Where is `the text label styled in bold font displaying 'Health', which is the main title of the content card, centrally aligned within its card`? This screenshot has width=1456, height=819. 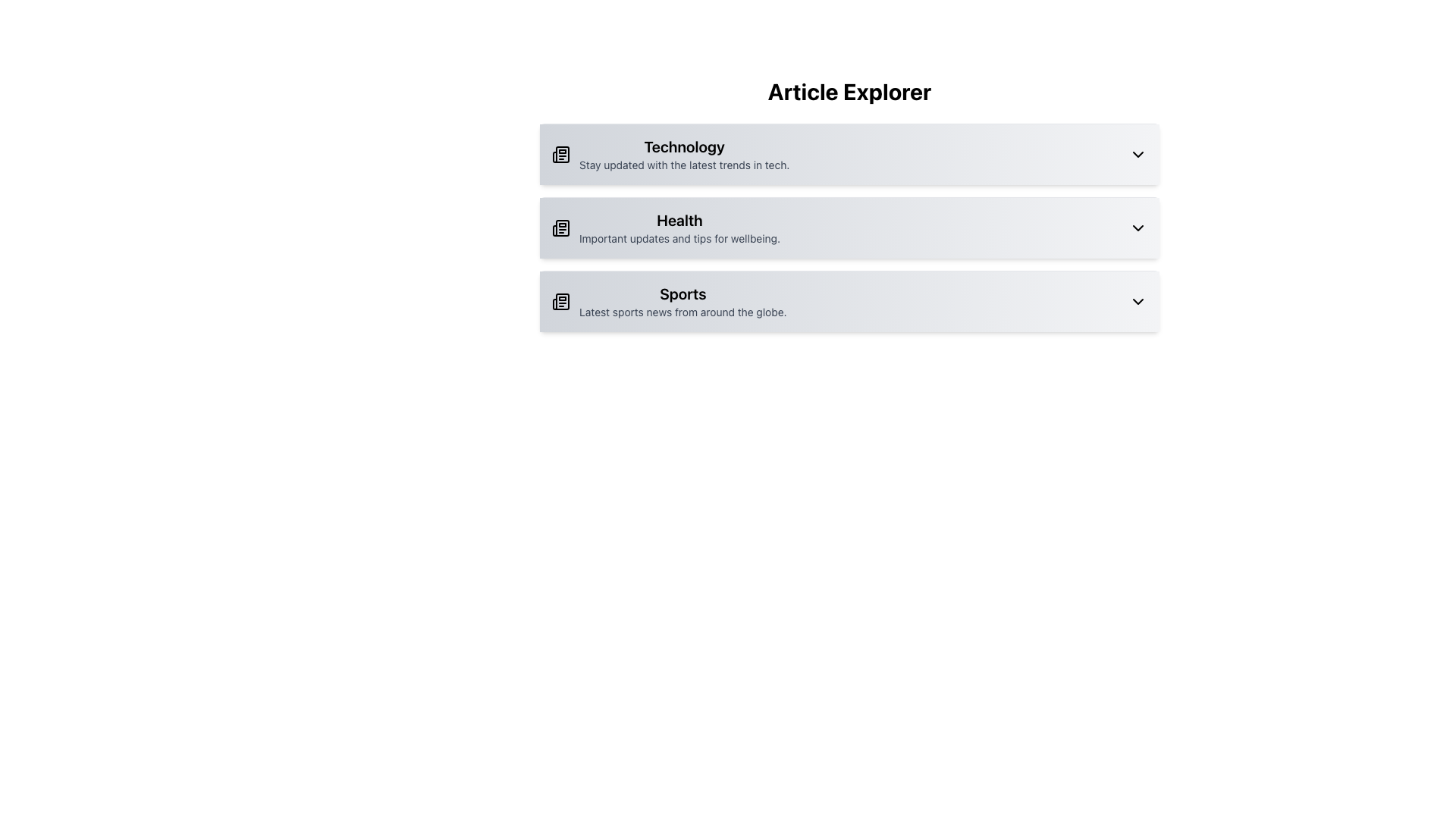
the text label styled in bold font displaying 'Health', which is the main title of the content card, centrally aligned within its card is located at coordinates (679, 220).